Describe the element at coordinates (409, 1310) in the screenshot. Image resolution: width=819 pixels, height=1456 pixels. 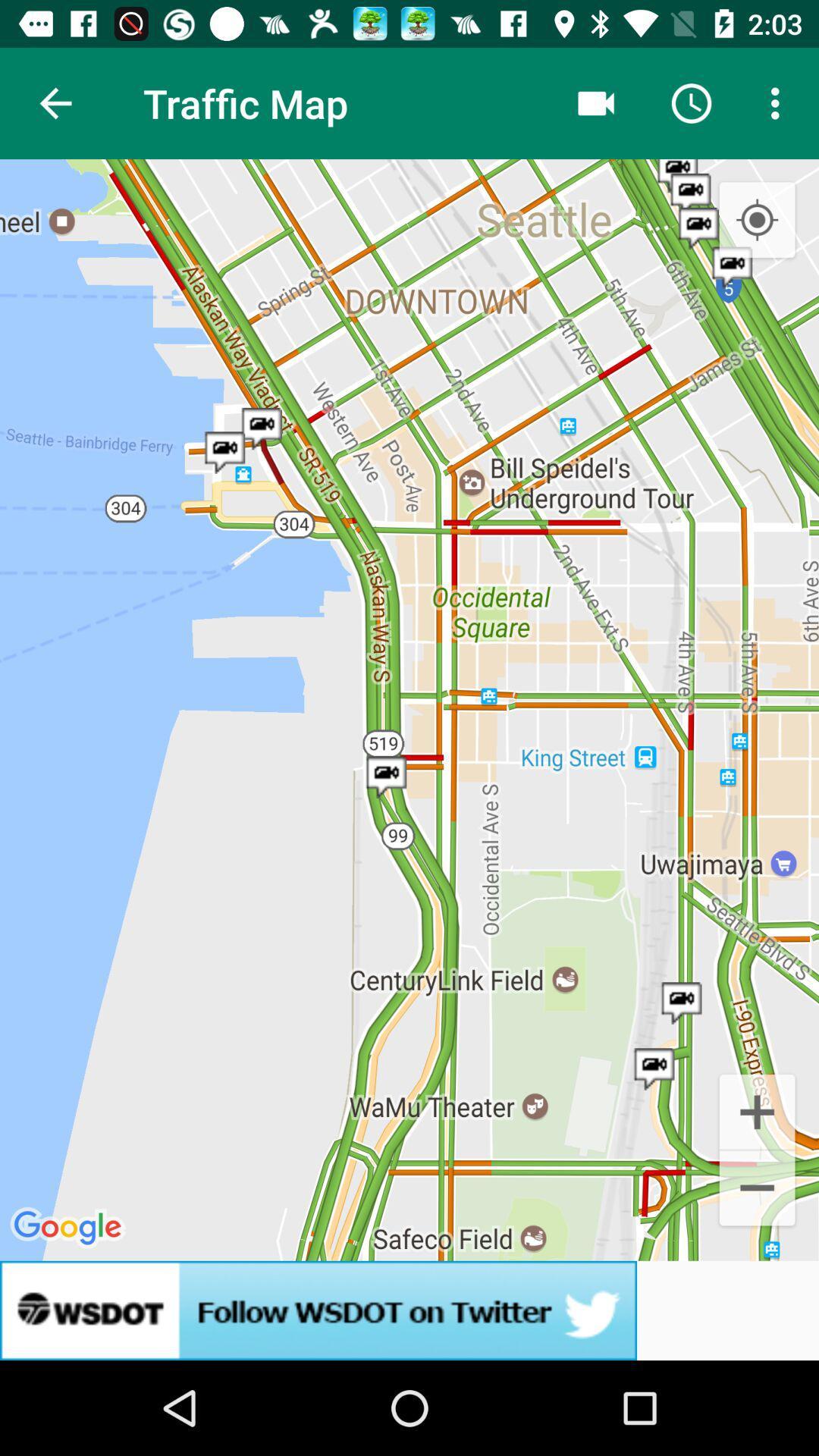
I see `web add` at that location.